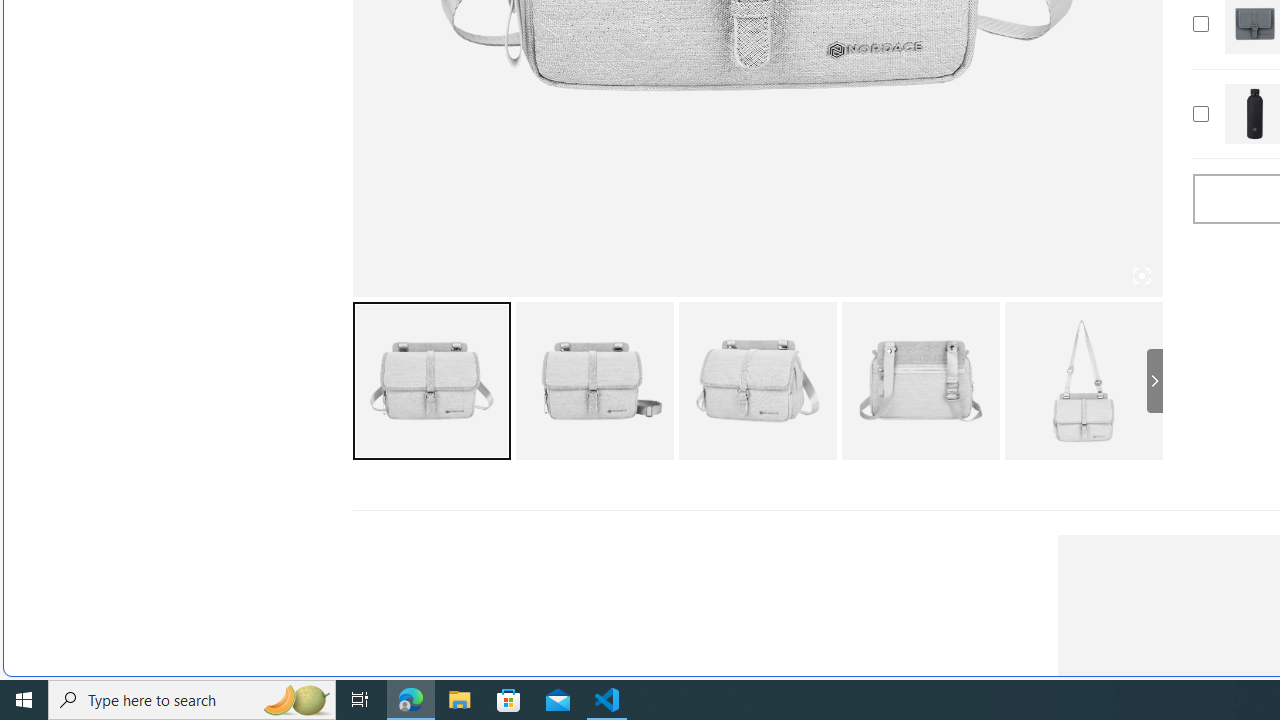 This screenshot has height=720, width=1280. What do you see at coordinates (1141, 276) in the screenshot?
I see `'Class: iconic-woothumbs-fullscreen'` at bounding box center [1141, 276].